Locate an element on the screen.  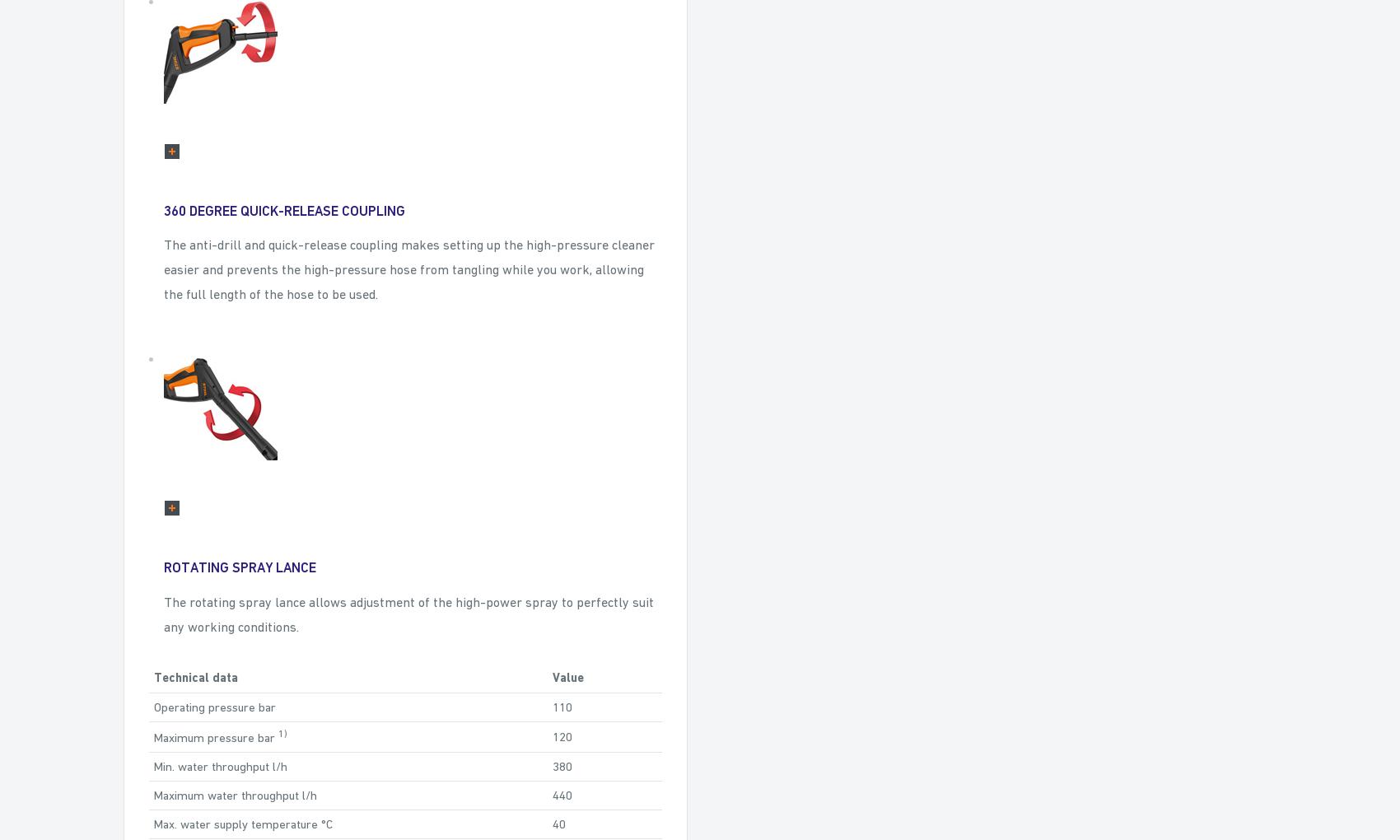
'1)' is located at coordinates (277, 731).